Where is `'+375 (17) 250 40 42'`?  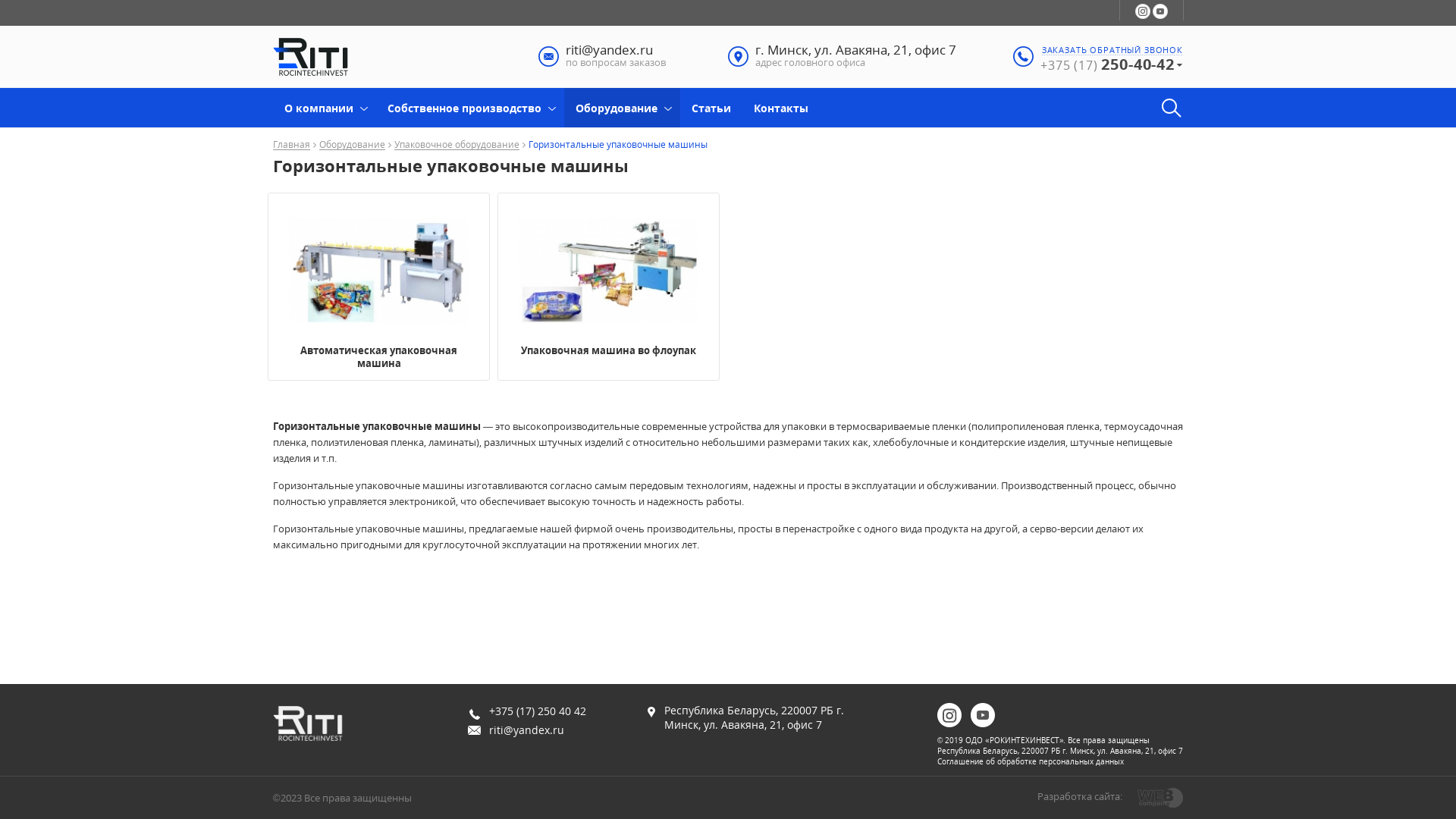
'+375 (17) 250 40 42' is located at coordinates (538, 711).